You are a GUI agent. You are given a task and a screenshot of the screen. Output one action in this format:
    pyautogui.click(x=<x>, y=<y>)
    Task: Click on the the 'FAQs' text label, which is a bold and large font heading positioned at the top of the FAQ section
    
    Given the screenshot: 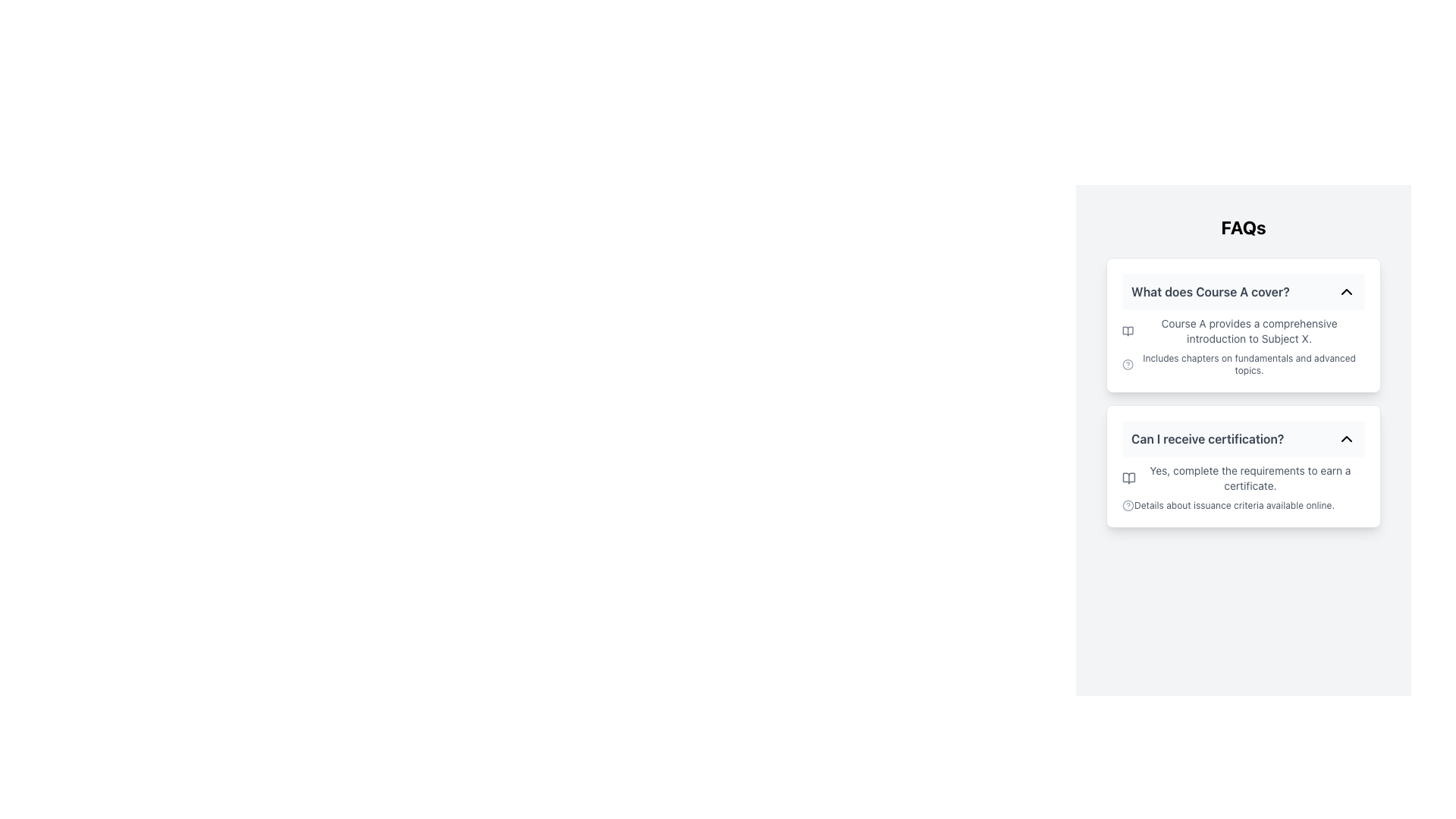 What is the action you would take?
    pyautogui.click(x=1244, y=227)
    